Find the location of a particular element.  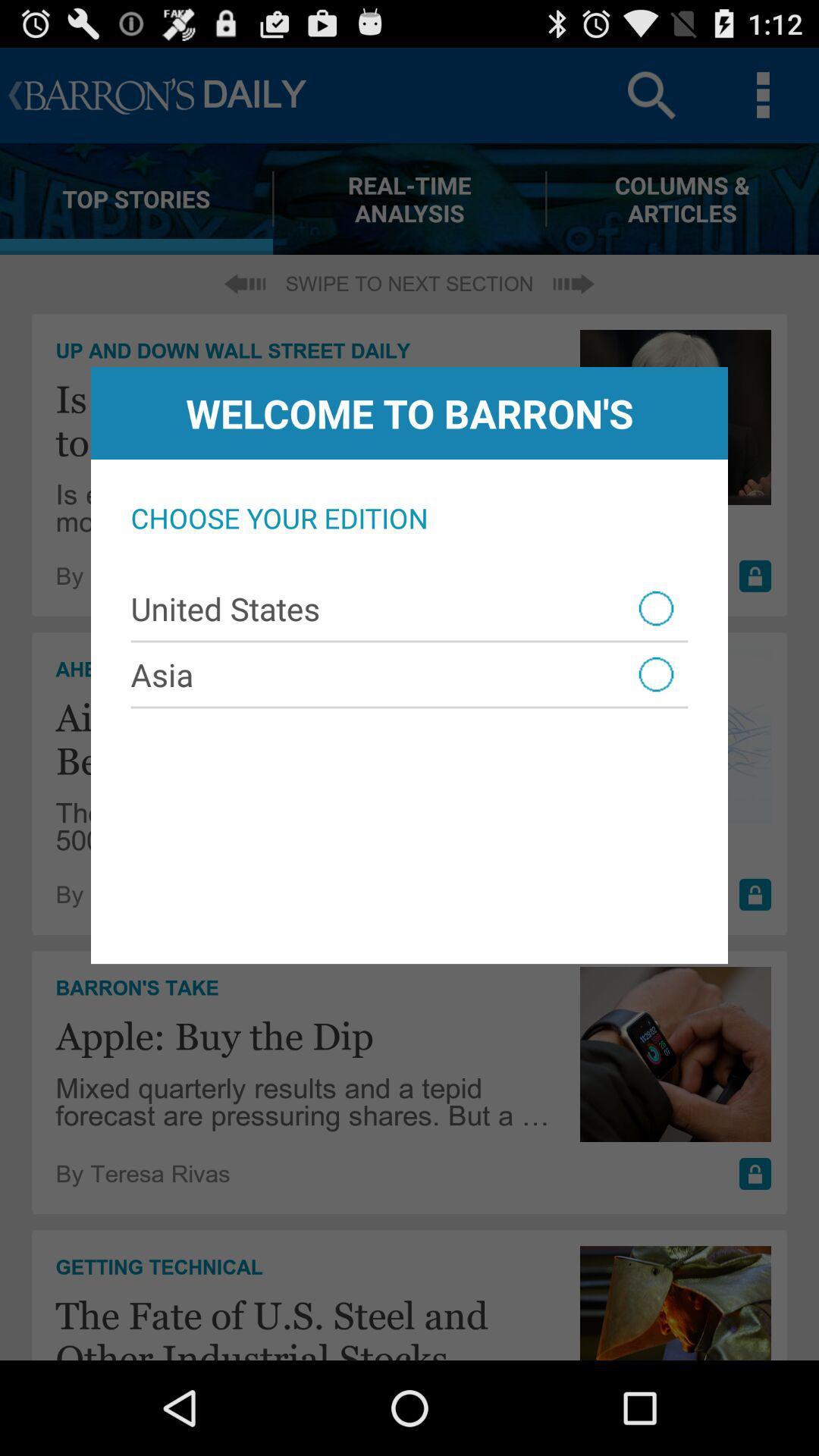

the united states icon is located at coordinates (409, 608).